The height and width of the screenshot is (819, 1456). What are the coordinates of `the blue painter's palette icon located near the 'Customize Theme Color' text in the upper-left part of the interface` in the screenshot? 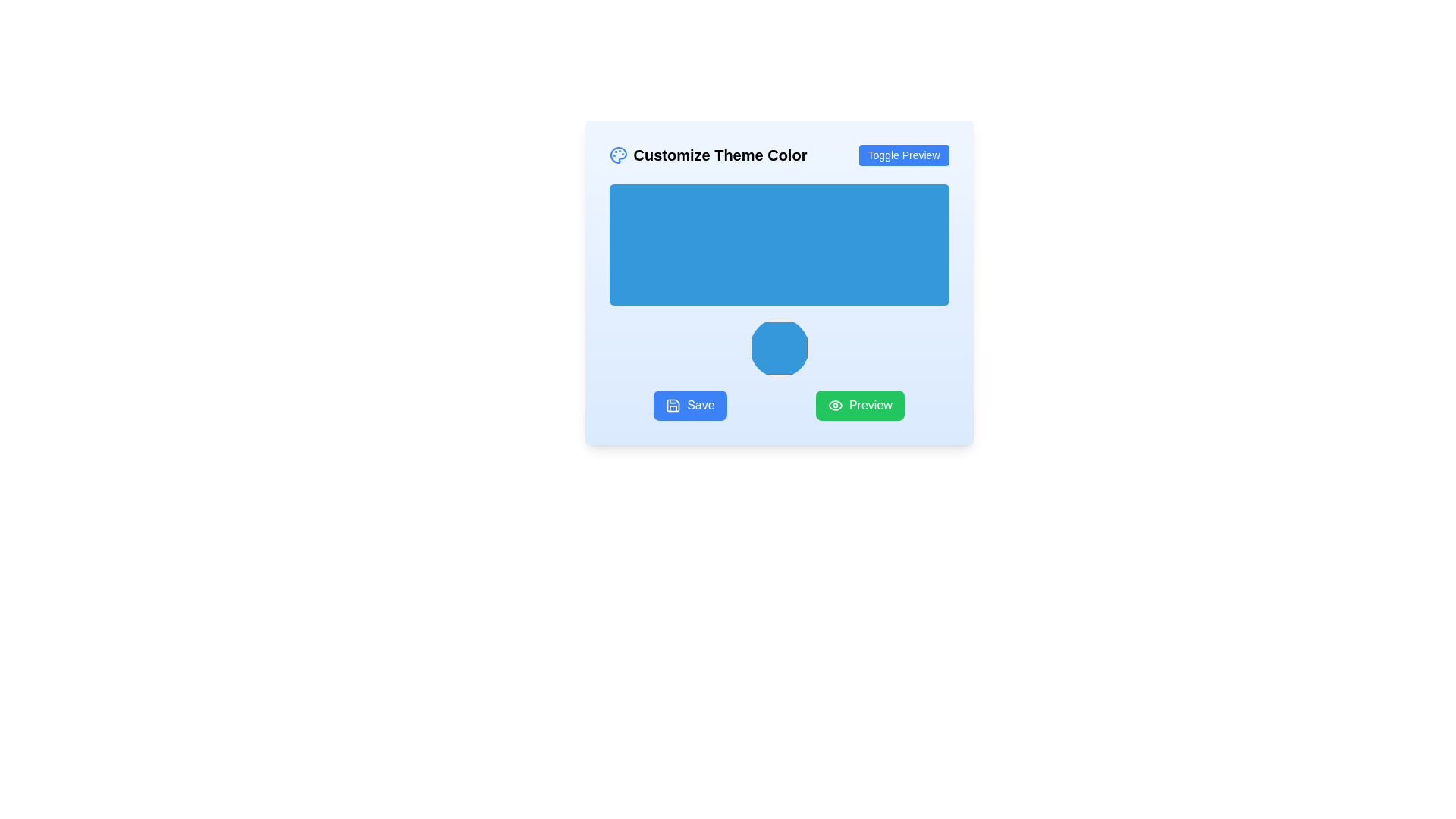 It's located at (618, 155).